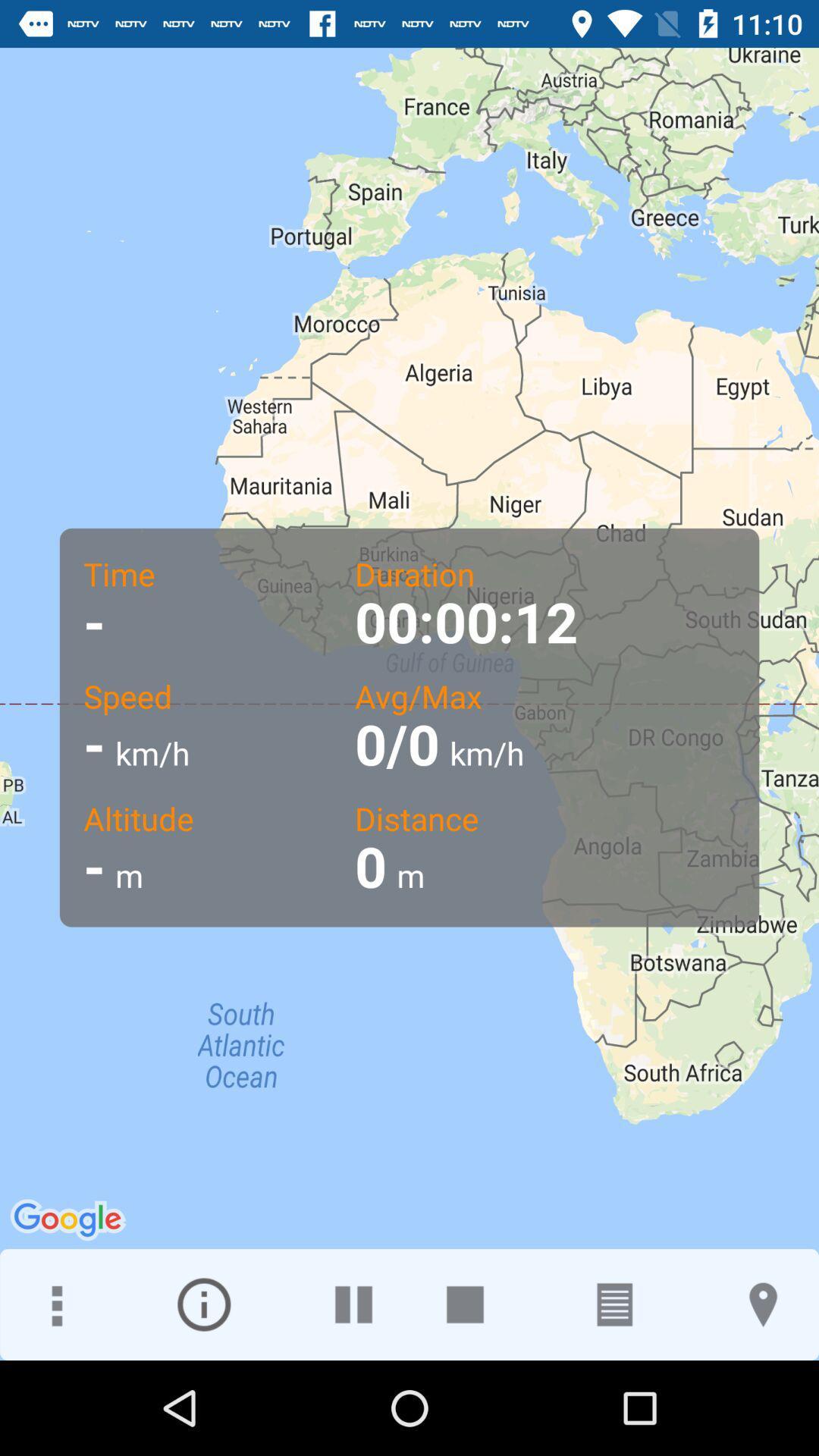 The height and width of the screenshot is (1456, 819). What do you see at coordinates (55, 1304) in the screenshot?
I see `the more icon` at bounding box center [55, 1304].